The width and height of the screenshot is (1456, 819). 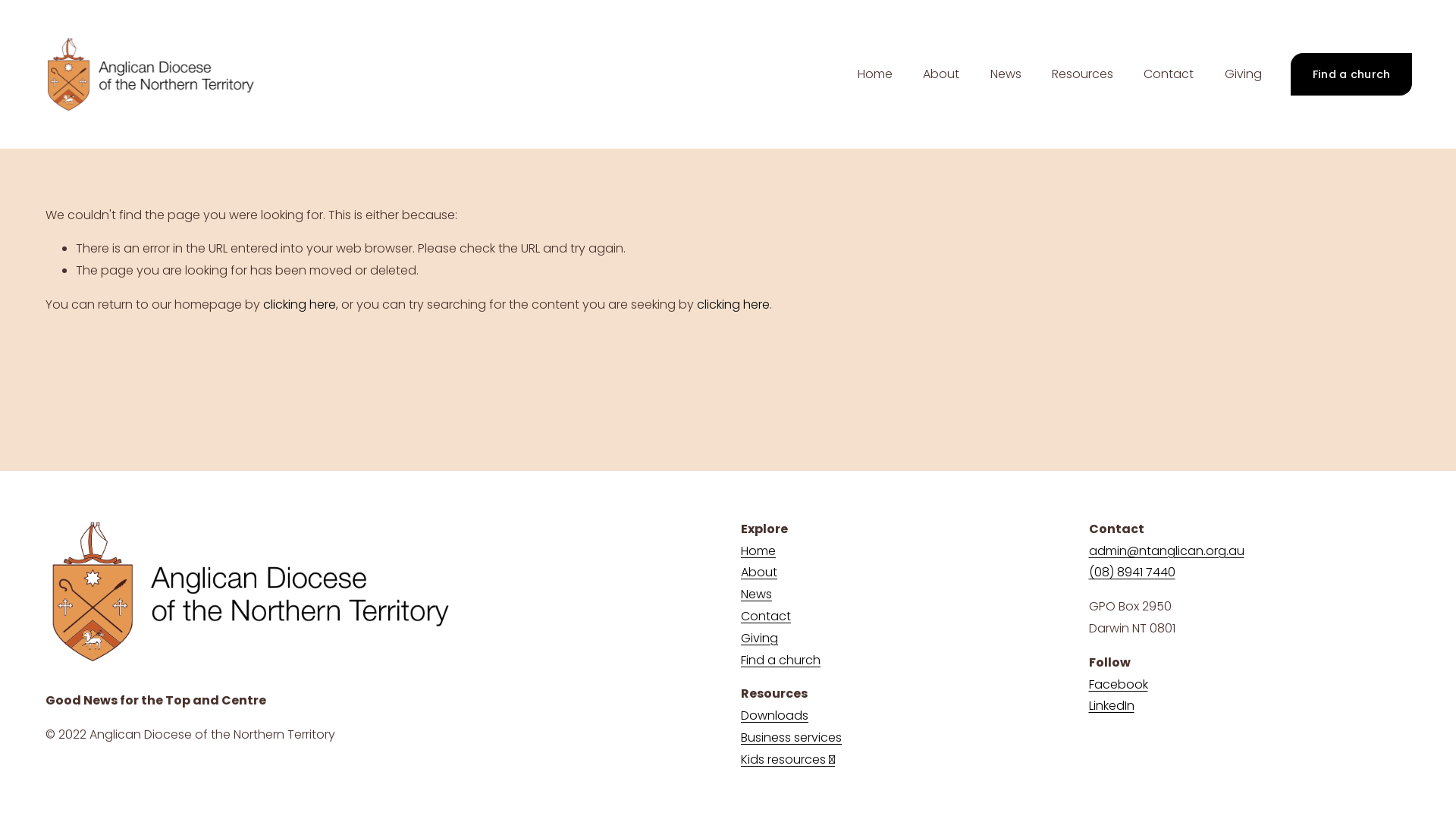 What do you see at coordinates (1351, 74) in the screenshot?
I see `'Find a church'` at bounding box center [1351, 74].